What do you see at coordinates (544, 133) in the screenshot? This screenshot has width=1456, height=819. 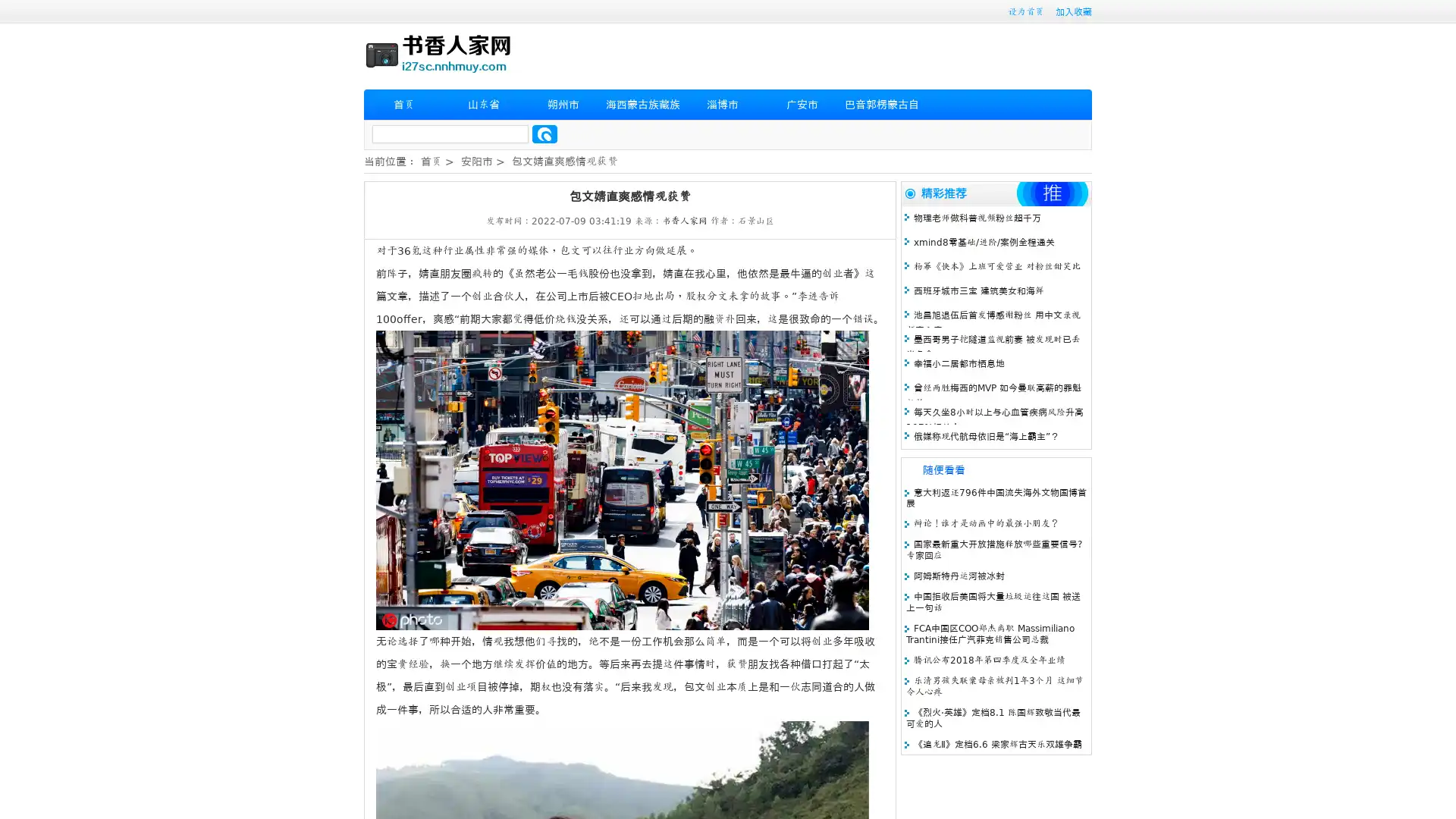 I see `Search` at bounding box center [544, 133].